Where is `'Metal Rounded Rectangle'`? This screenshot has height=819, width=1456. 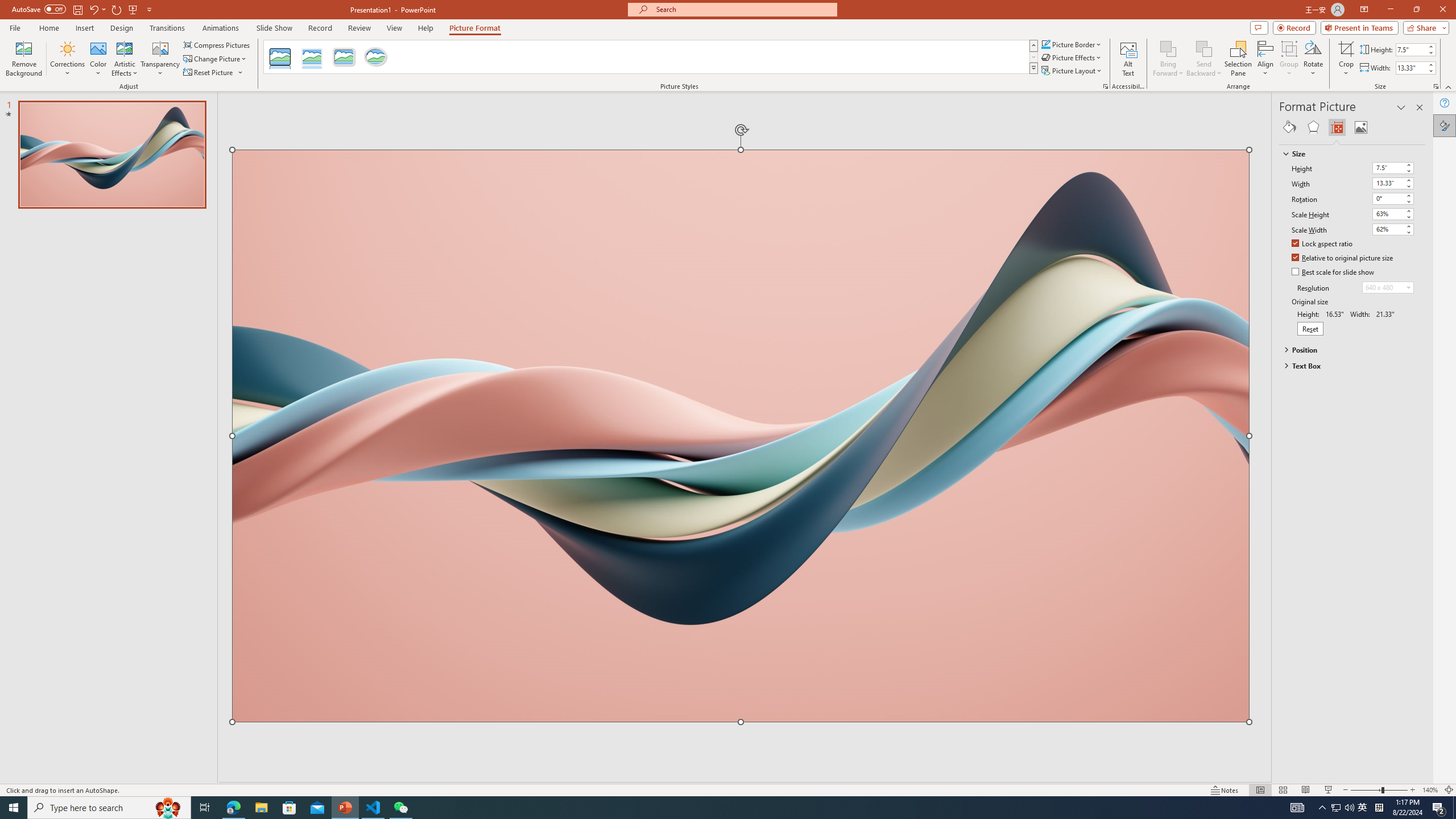 'Metal Rounded Rectangle' is located at coordinates (343, 56).